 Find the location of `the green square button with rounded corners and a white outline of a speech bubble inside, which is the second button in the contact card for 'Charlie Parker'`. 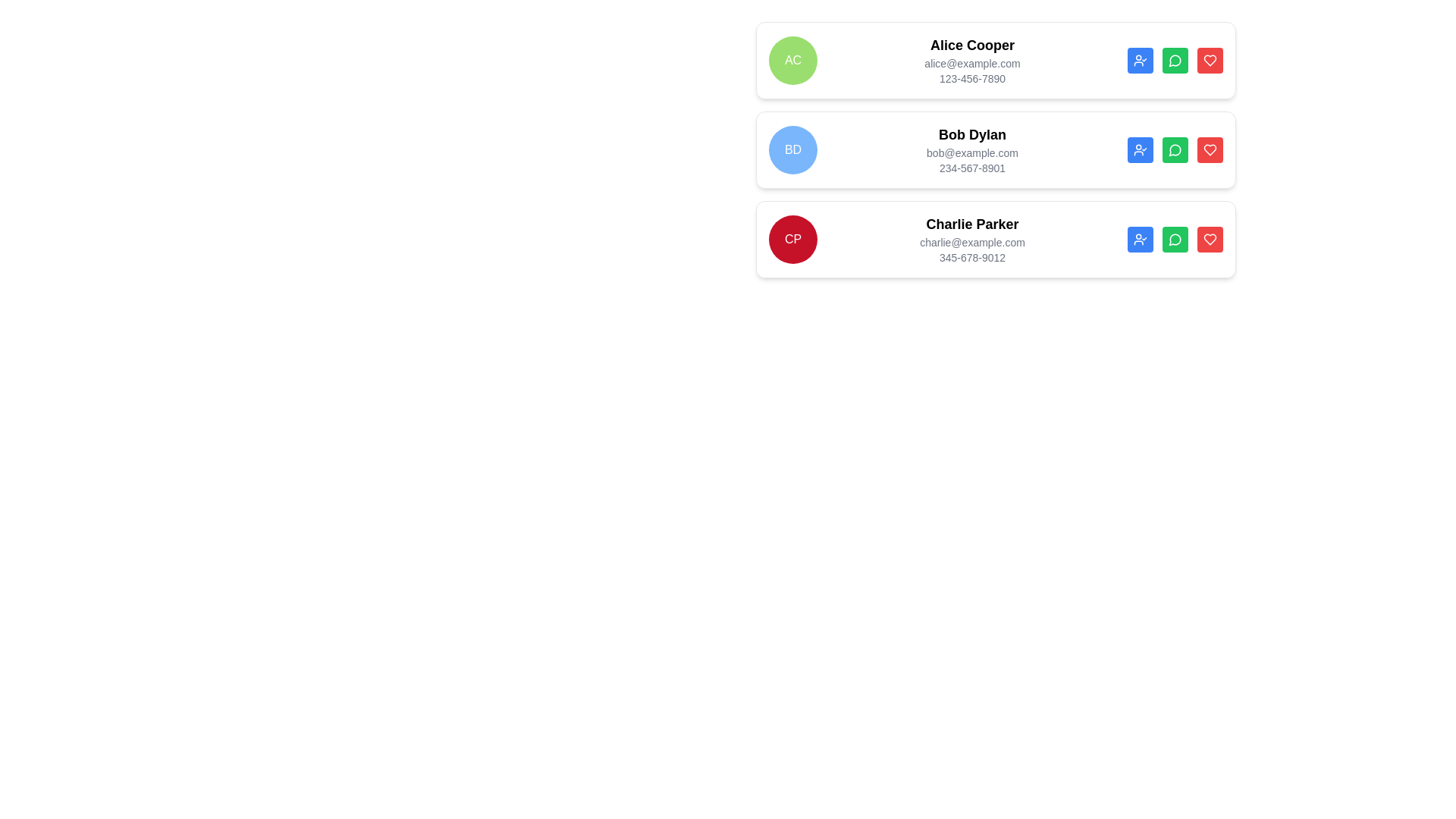

the green square button with rounded corners and a white outline of a speech bubble inside, which is the second button in the contact card for 'Charlie Parker' is located at coordinates (1175, 239).